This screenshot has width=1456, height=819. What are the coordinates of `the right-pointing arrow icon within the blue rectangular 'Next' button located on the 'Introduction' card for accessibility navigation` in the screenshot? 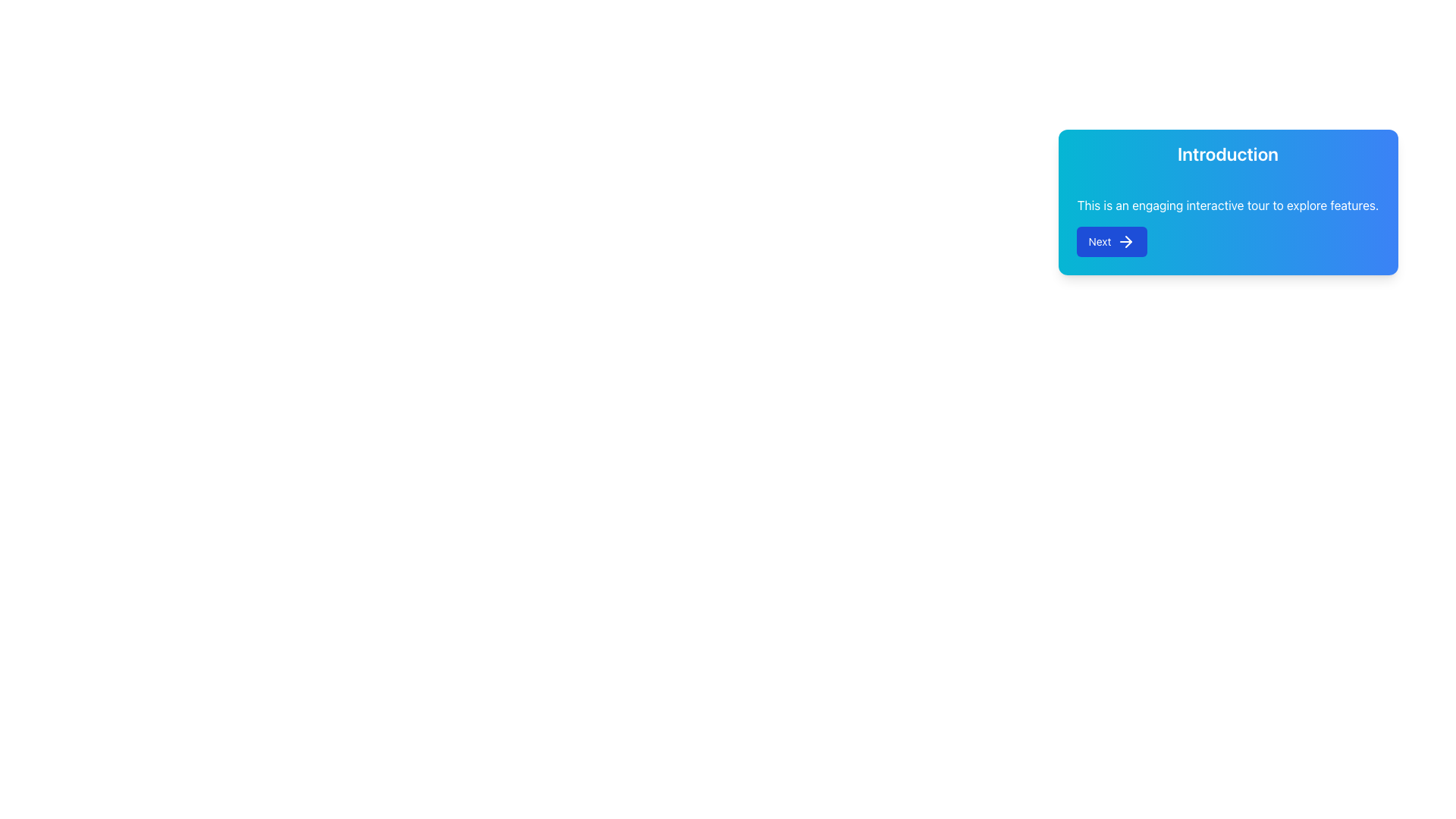 It's located at (1126, 241).